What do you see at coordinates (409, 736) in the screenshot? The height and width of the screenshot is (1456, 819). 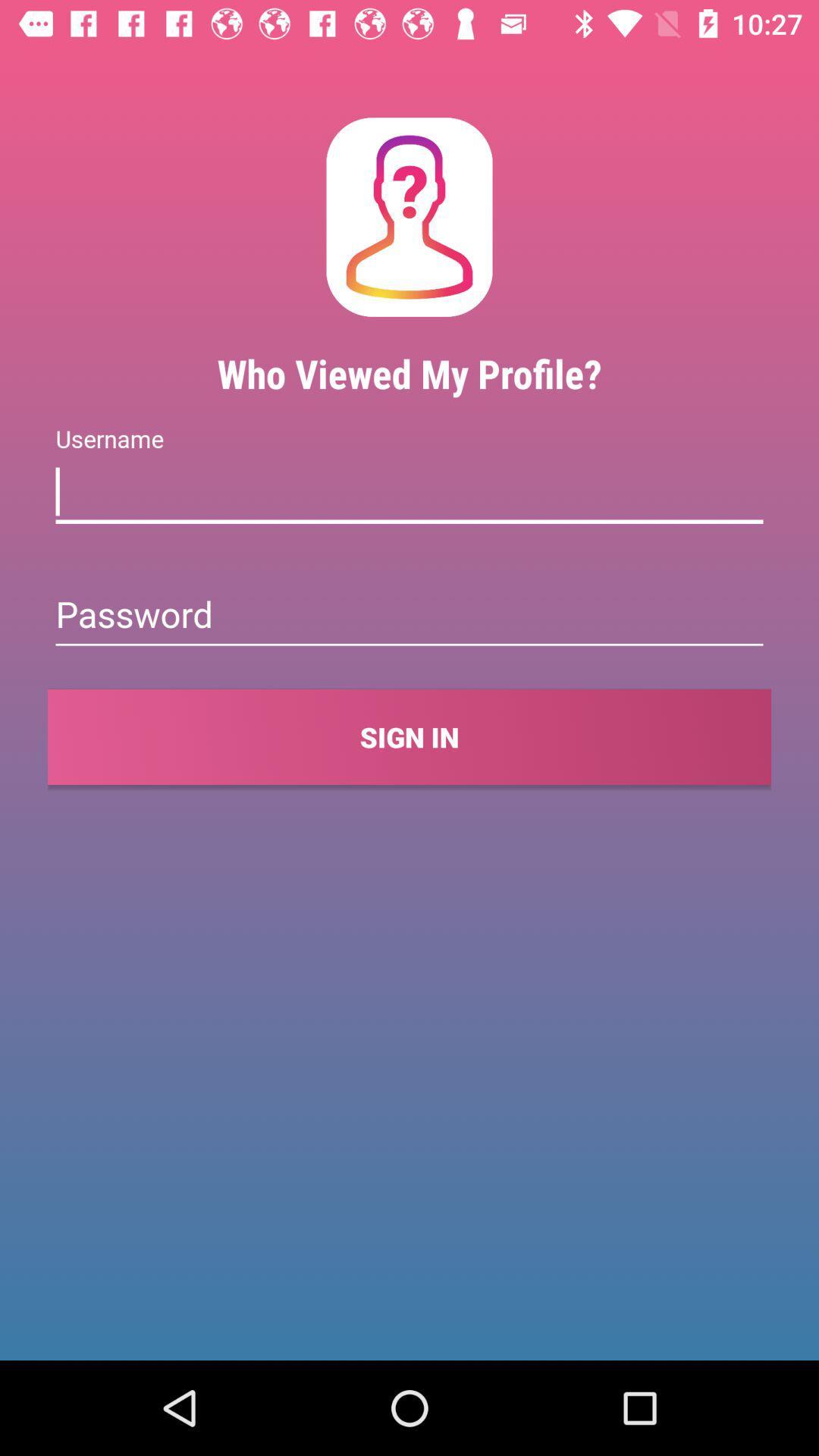 I see `the sign in item` at bounding box center [409, 736].